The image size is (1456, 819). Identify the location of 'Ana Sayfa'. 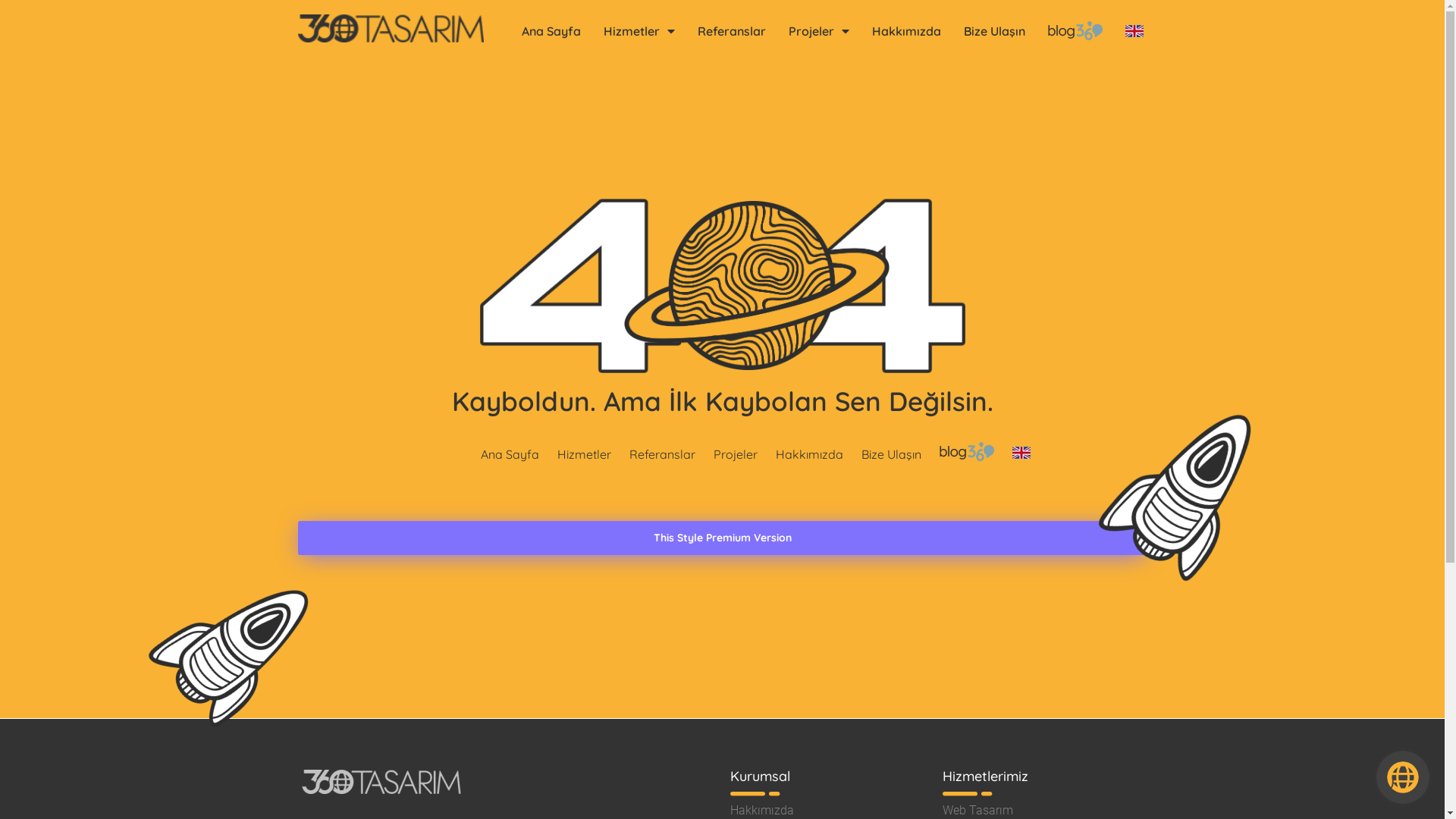
(510, 452).